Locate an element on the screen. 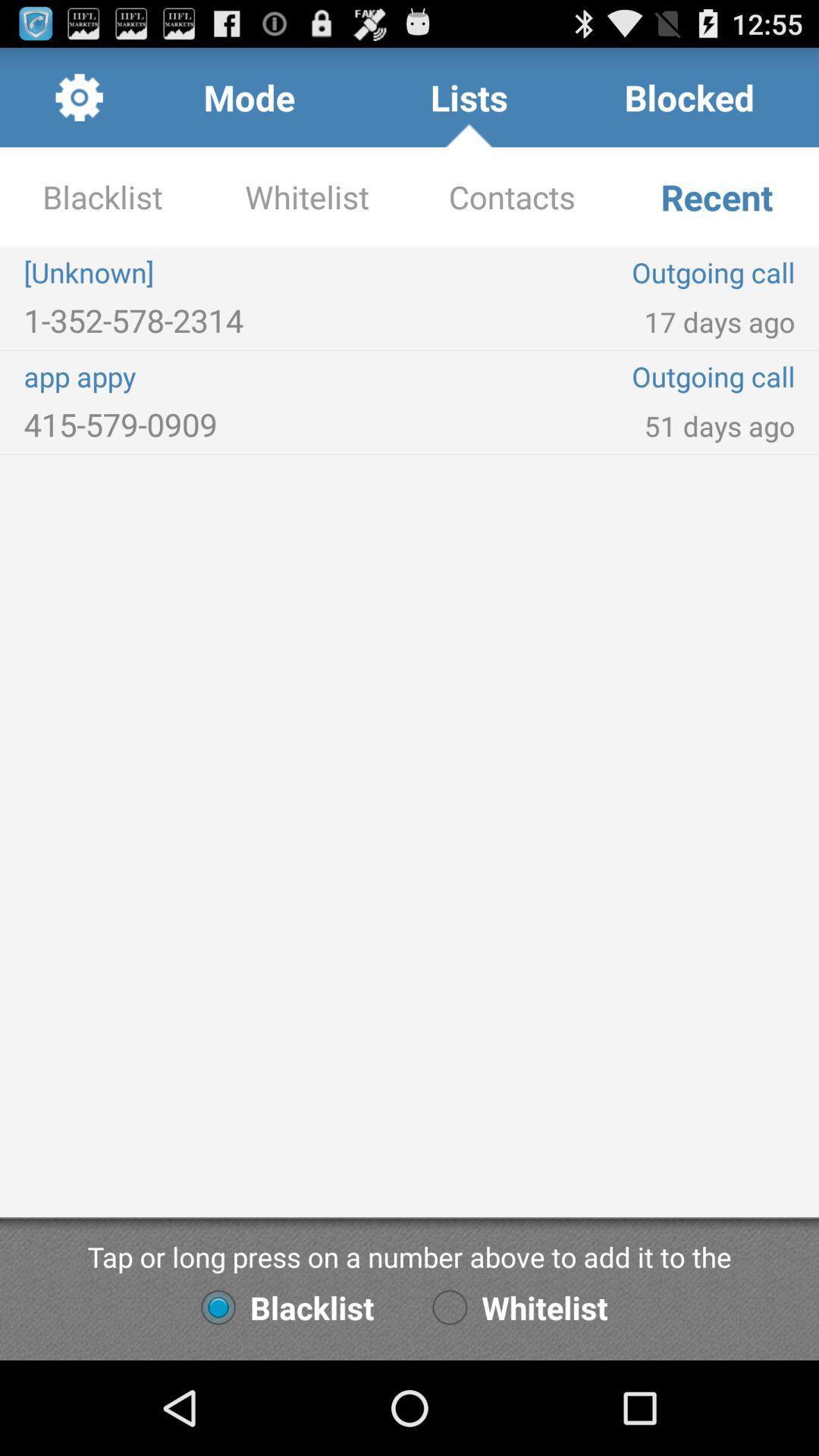 The width and height of the screenshot is (819, 1456). icon next to recent app is located at coordinates (512, 196).